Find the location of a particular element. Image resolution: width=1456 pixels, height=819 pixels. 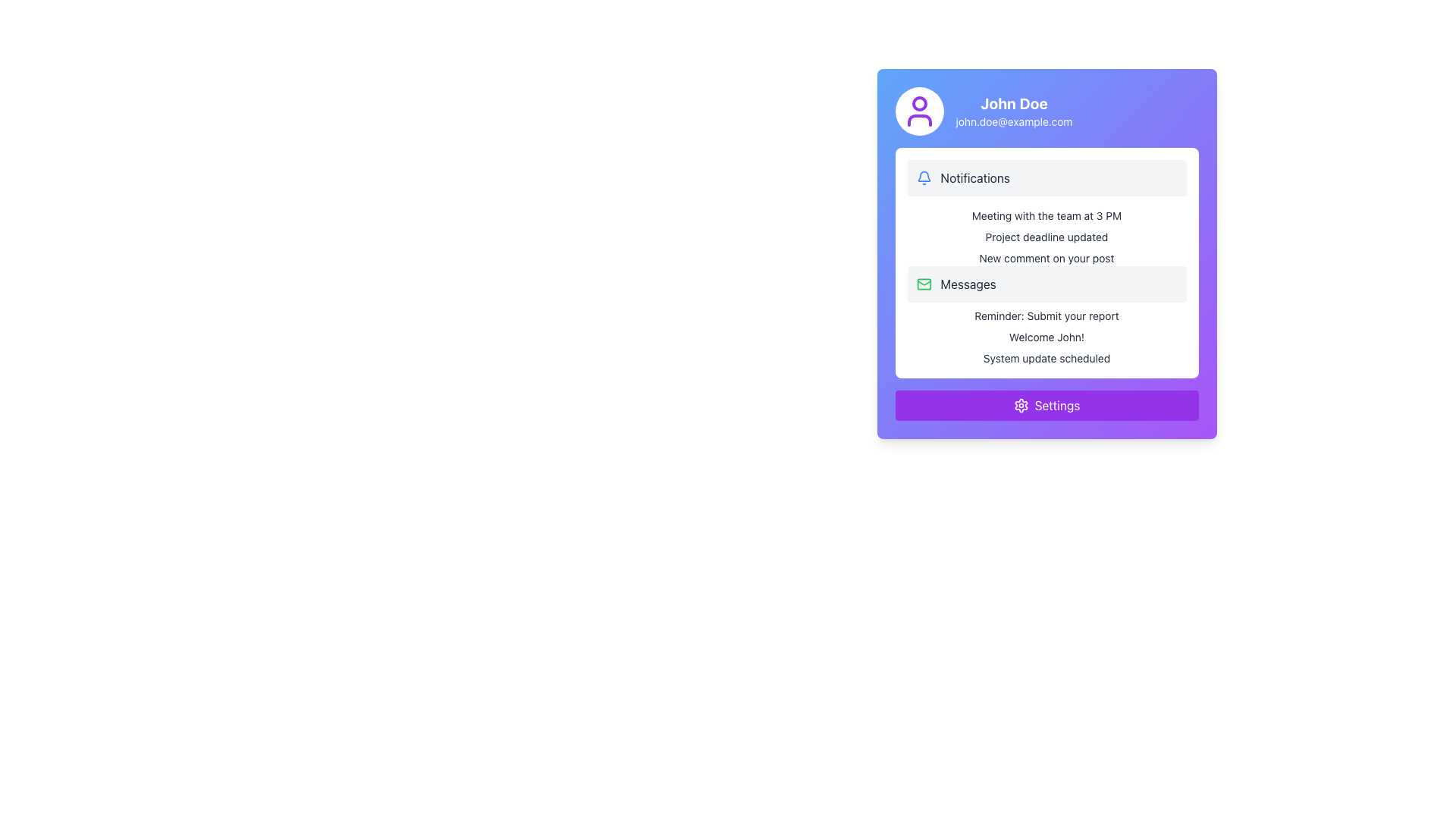

the user profile icon located in the top left corner of the vertical card interface, which is next to the name 'John Doe.' is located at coordinates (918, 110).